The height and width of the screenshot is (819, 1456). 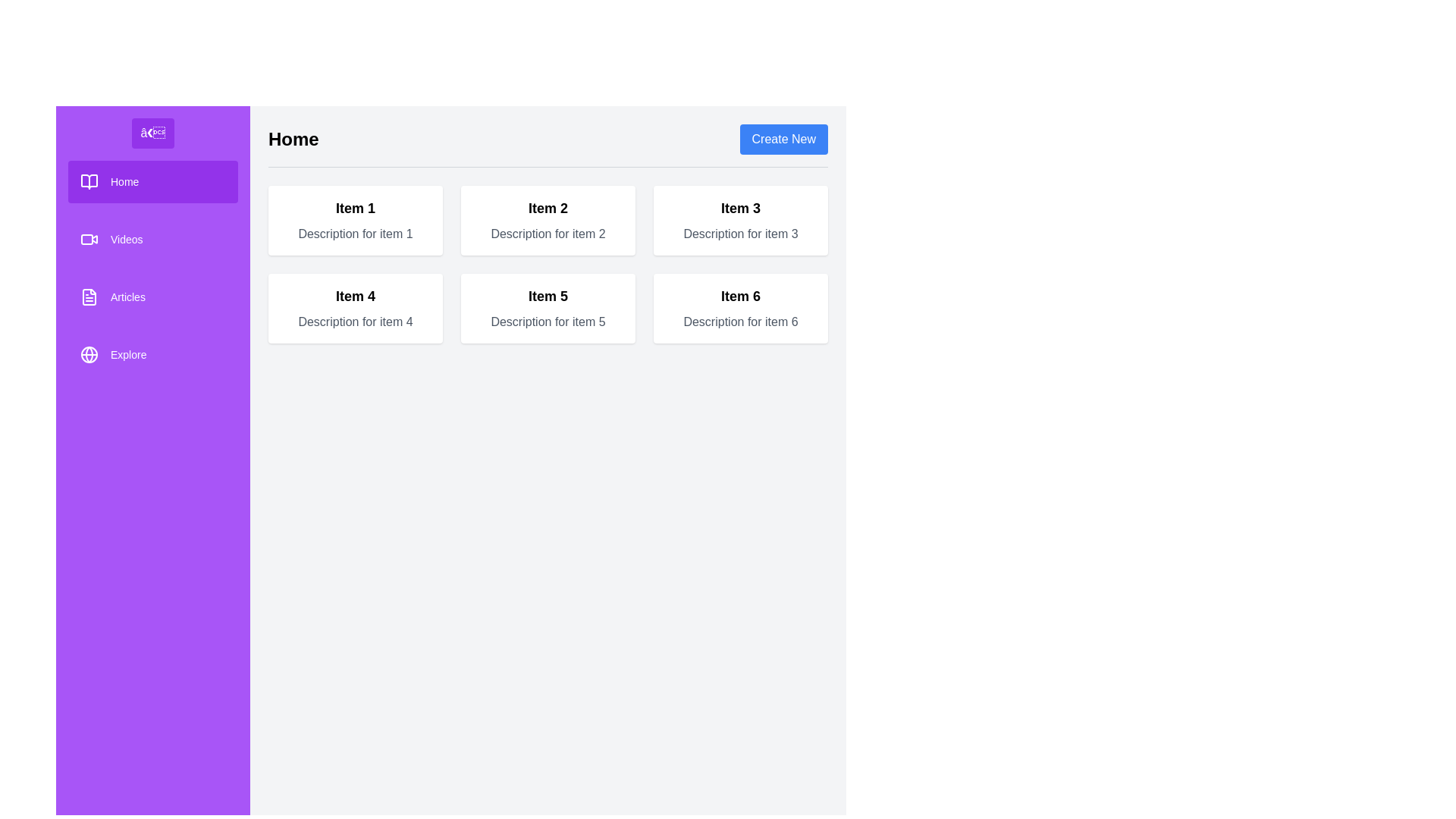 I want to click on the display card presenting information about 'Item 5' located in the middle row, second column of the grid layout, so click(x=548, y=308).